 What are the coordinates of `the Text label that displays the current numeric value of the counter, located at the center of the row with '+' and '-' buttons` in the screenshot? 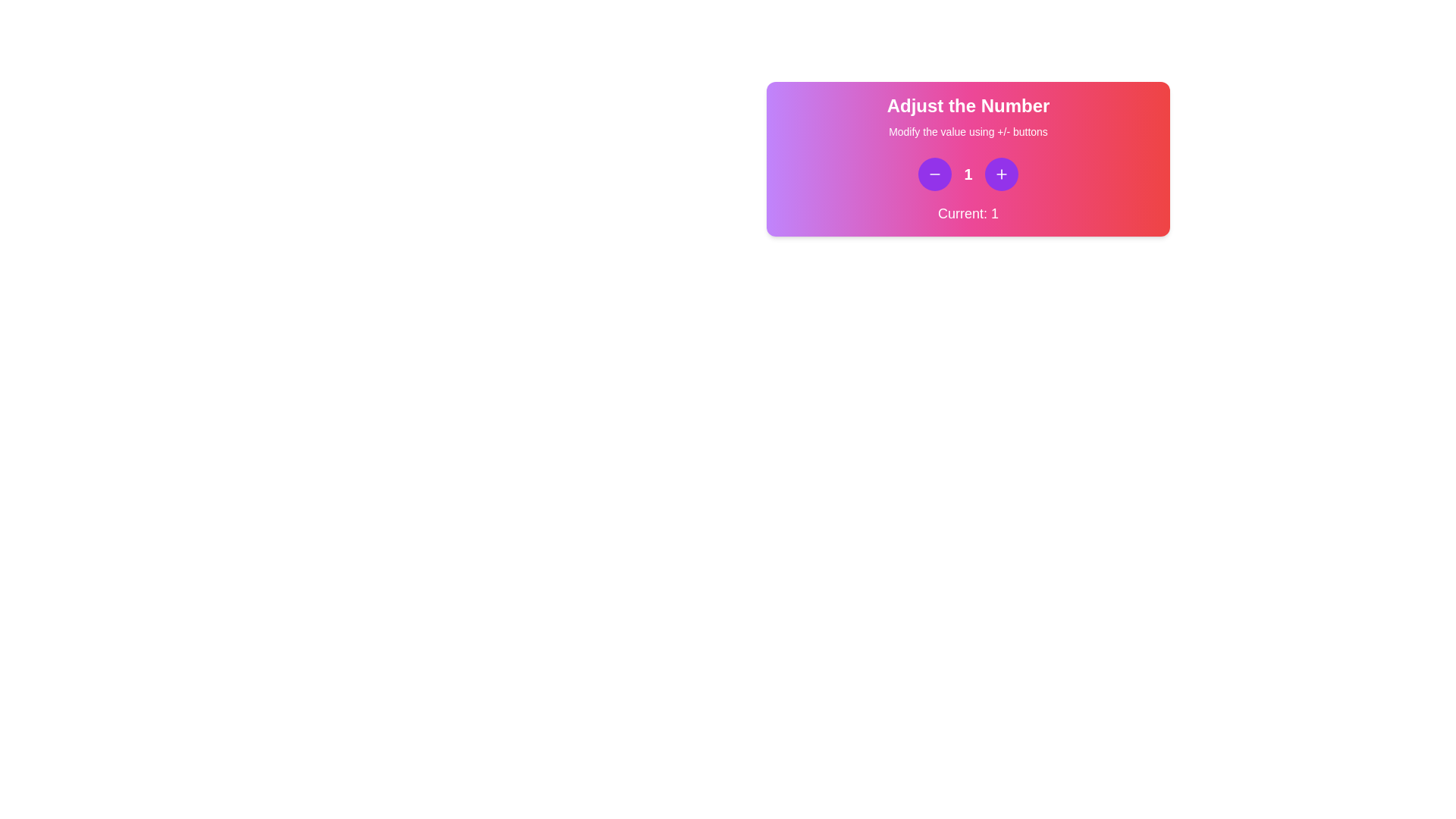 It's located at (967, 174).